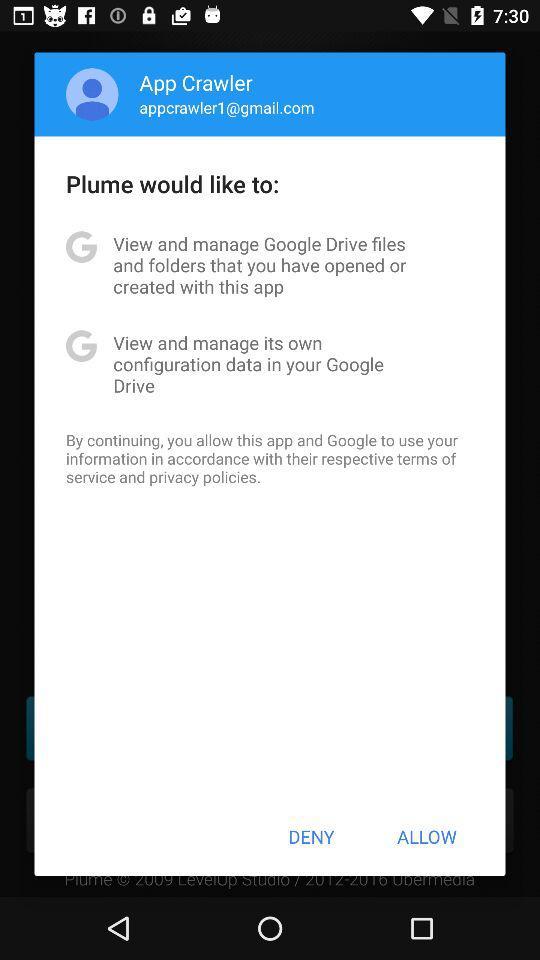 This screenshot has width=540, height=960. What do you see at coordinates (311, 836) in the screenshot?
I see `item next to the allow button` at bounding box center [311, 836].